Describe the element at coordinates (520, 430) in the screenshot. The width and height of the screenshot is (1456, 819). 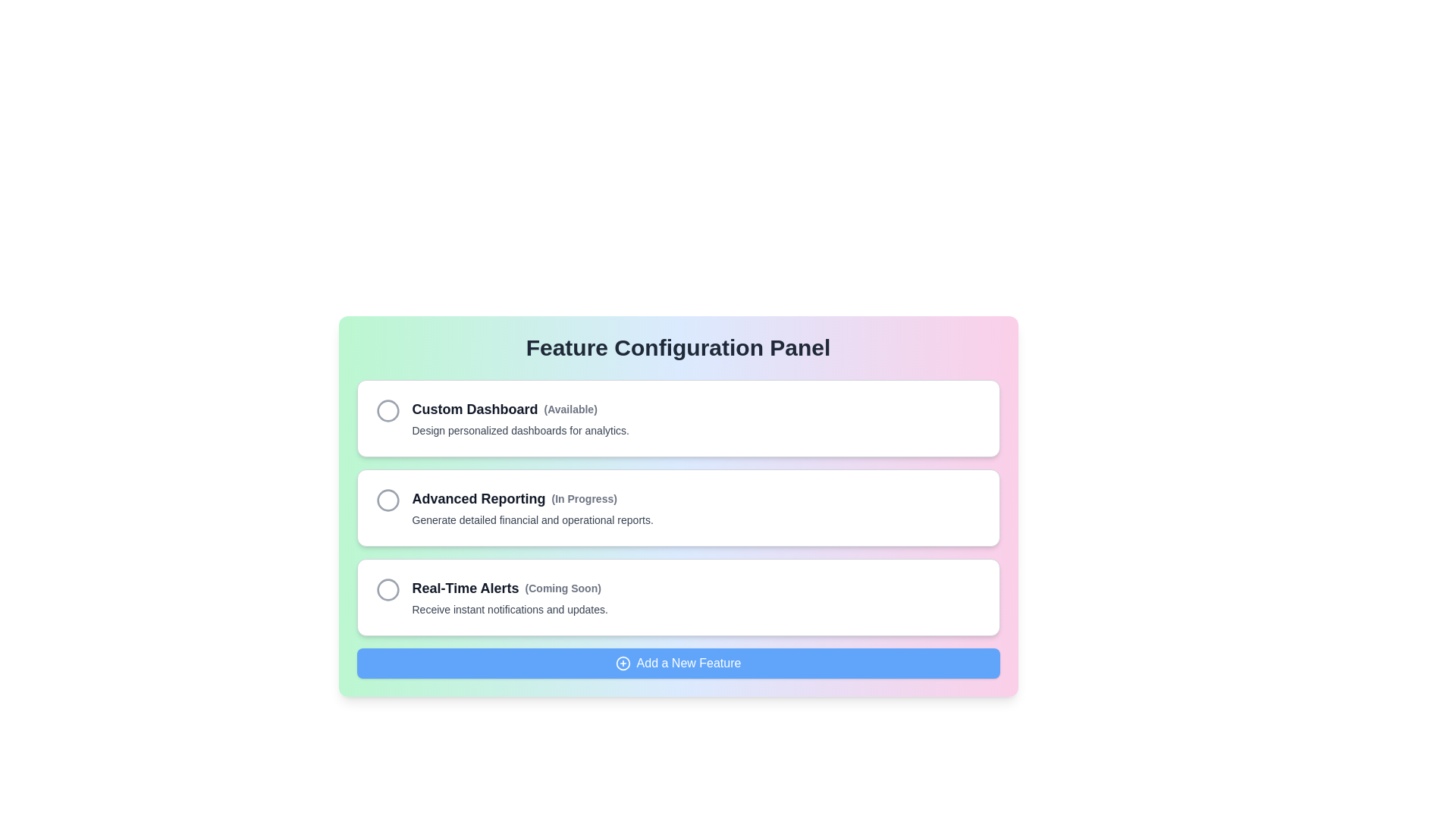
I see `the text description located under the heading 'Custom Dashboard (Available)' in the Feature Configuration Panel, which is styled in gray and smaller font size` at that location.